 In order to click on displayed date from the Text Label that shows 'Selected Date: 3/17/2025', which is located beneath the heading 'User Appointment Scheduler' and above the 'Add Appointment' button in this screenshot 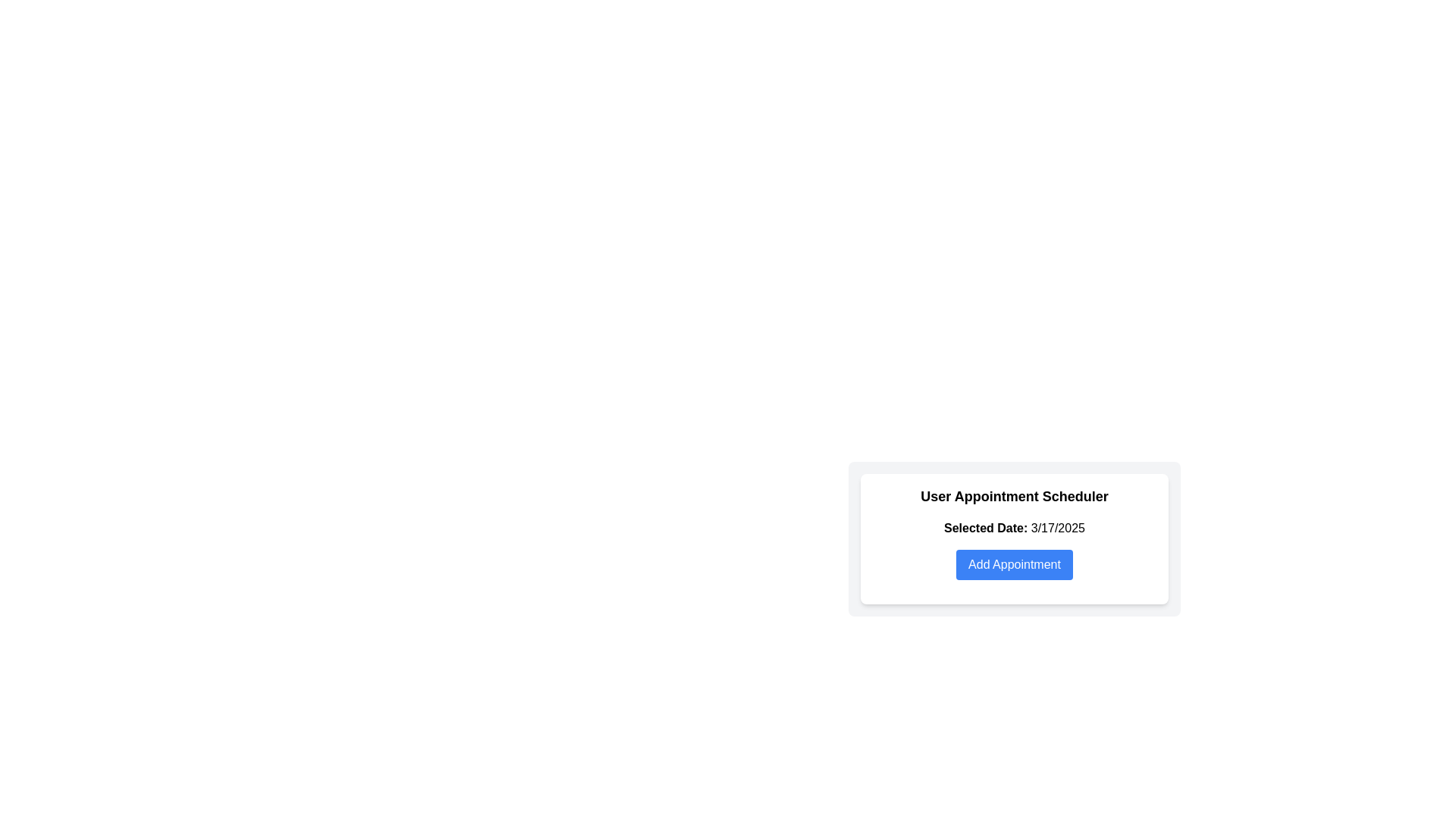, I will do `click(1015, 528)`.